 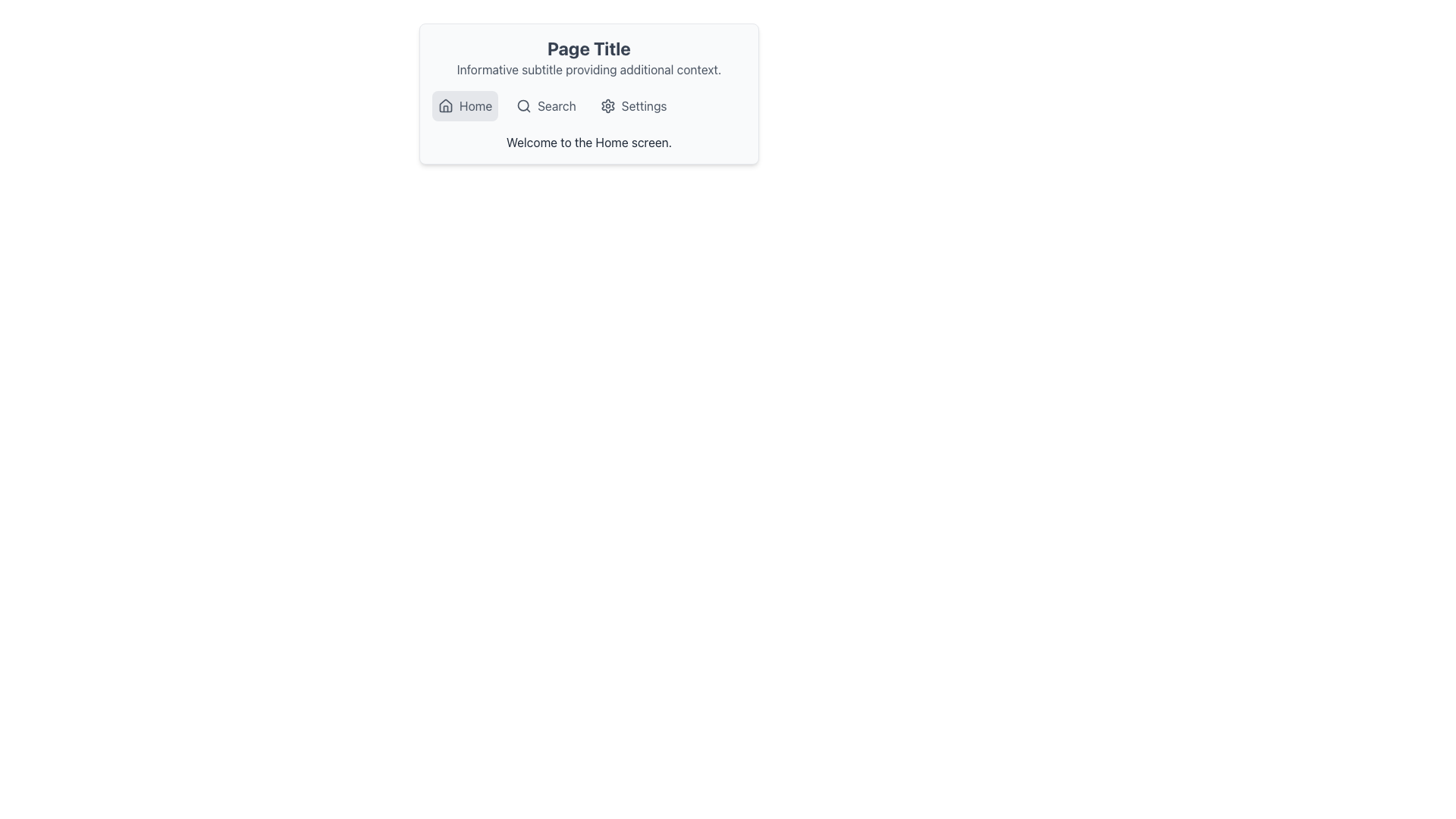 I want to click on the 'Settings' button, which is the third button in the horizontal row under the heading, styled in light gray with a gear icon on the left, so click(x=633, y=105).